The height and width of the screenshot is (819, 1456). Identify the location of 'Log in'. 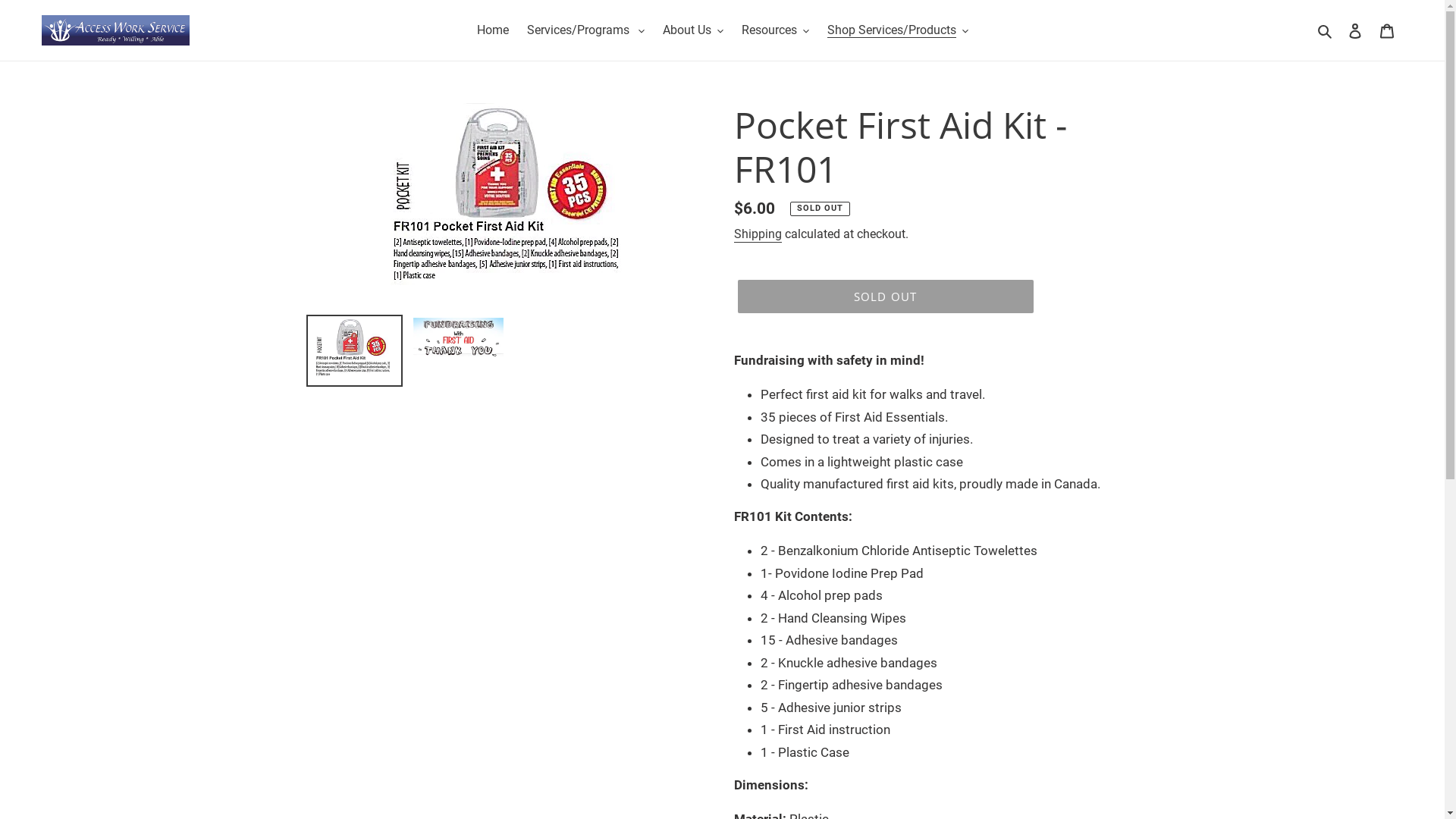
(1354, 30).